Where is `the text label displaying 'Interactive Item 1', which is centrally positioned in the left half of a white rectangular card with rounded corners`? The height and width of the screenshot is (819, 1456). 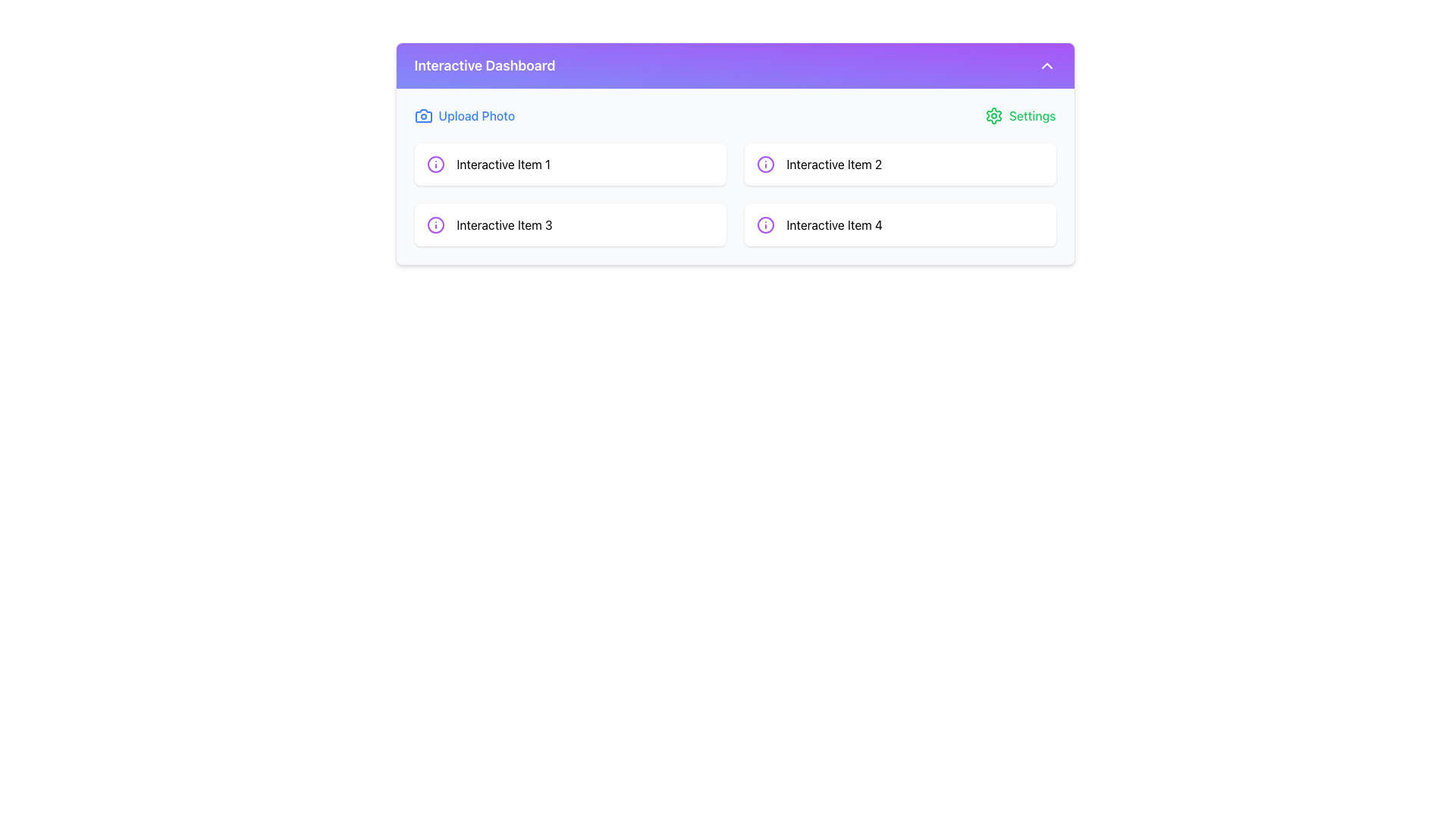 the text label displaying 'Interactive Item 1', which is centrally positioned in the left half of a white rectangular card with rounded corners is located at coordinates (504, 164).